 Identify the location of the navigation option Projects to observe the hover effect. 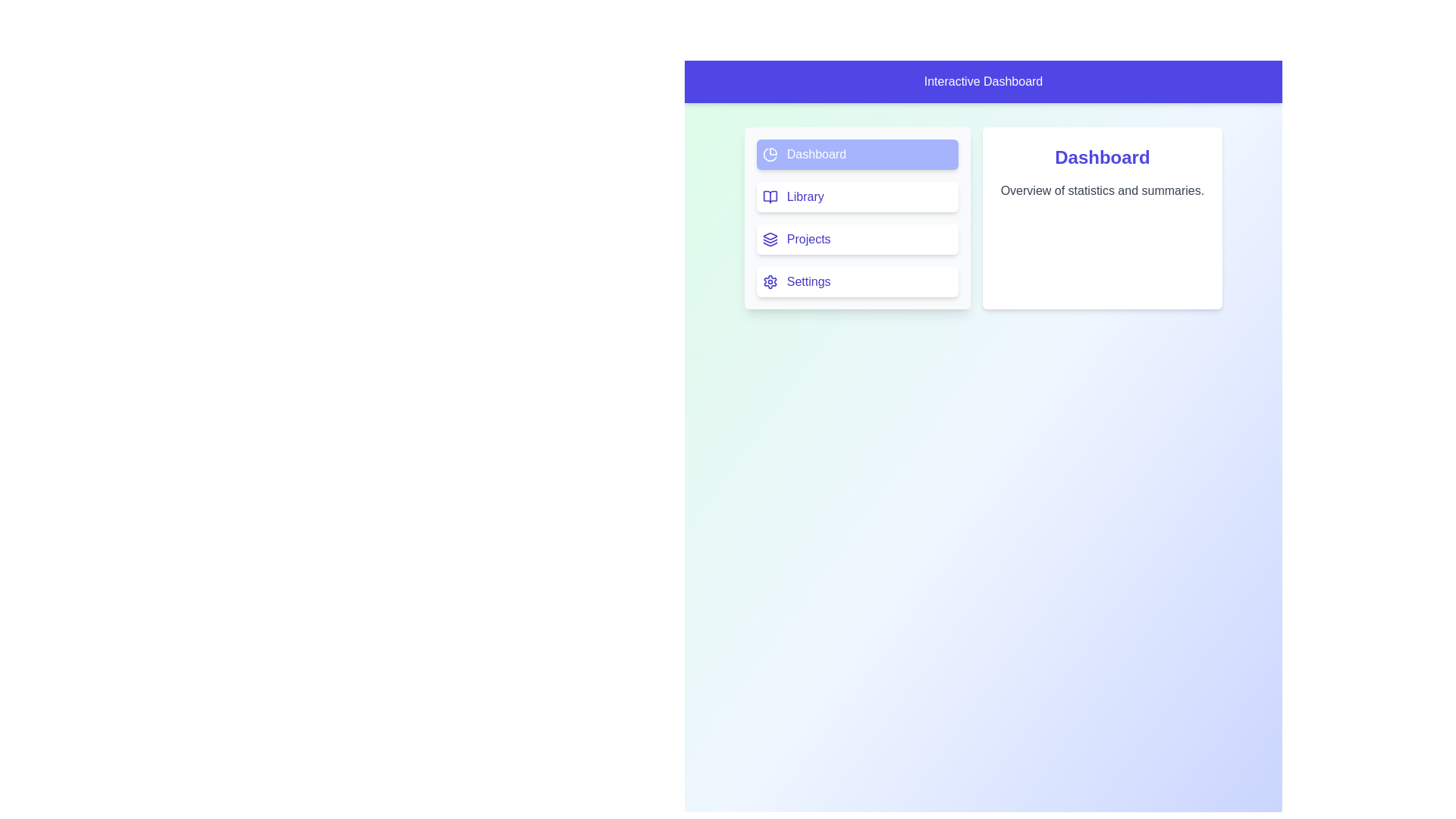
(856, 239).